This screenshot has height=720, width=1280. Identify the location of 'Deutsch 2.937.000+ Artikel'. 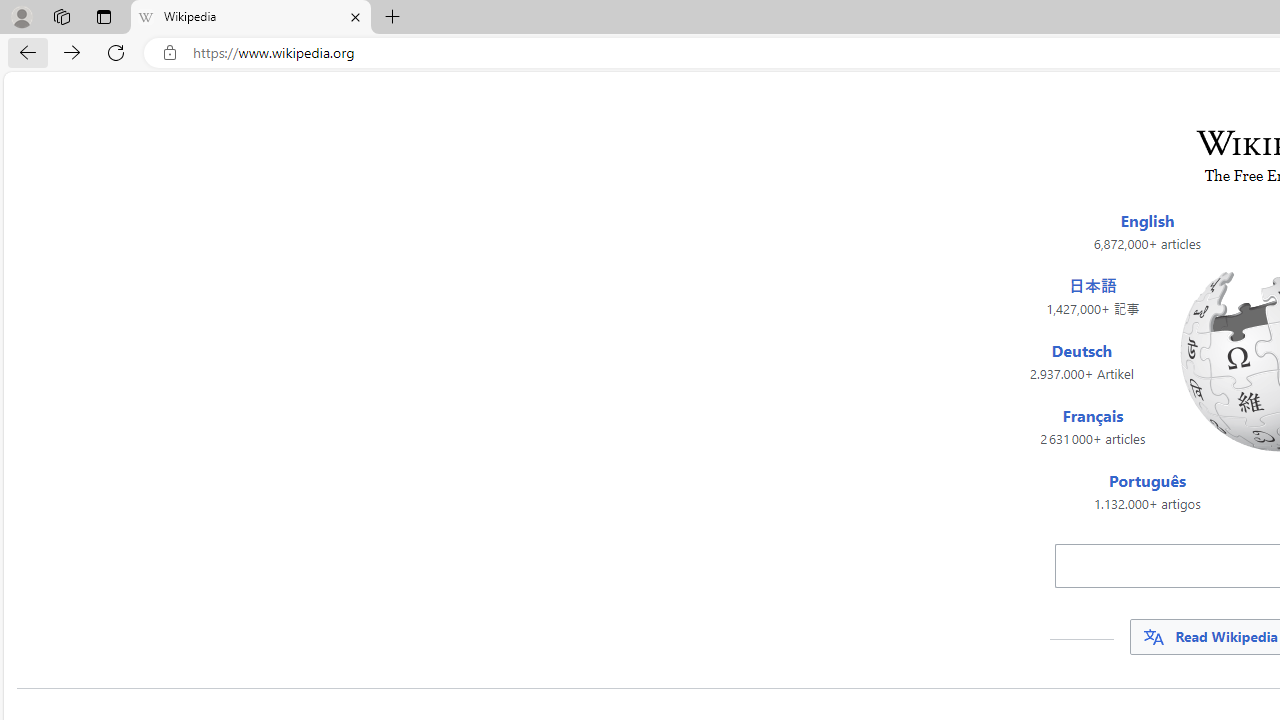
(1080, 362).